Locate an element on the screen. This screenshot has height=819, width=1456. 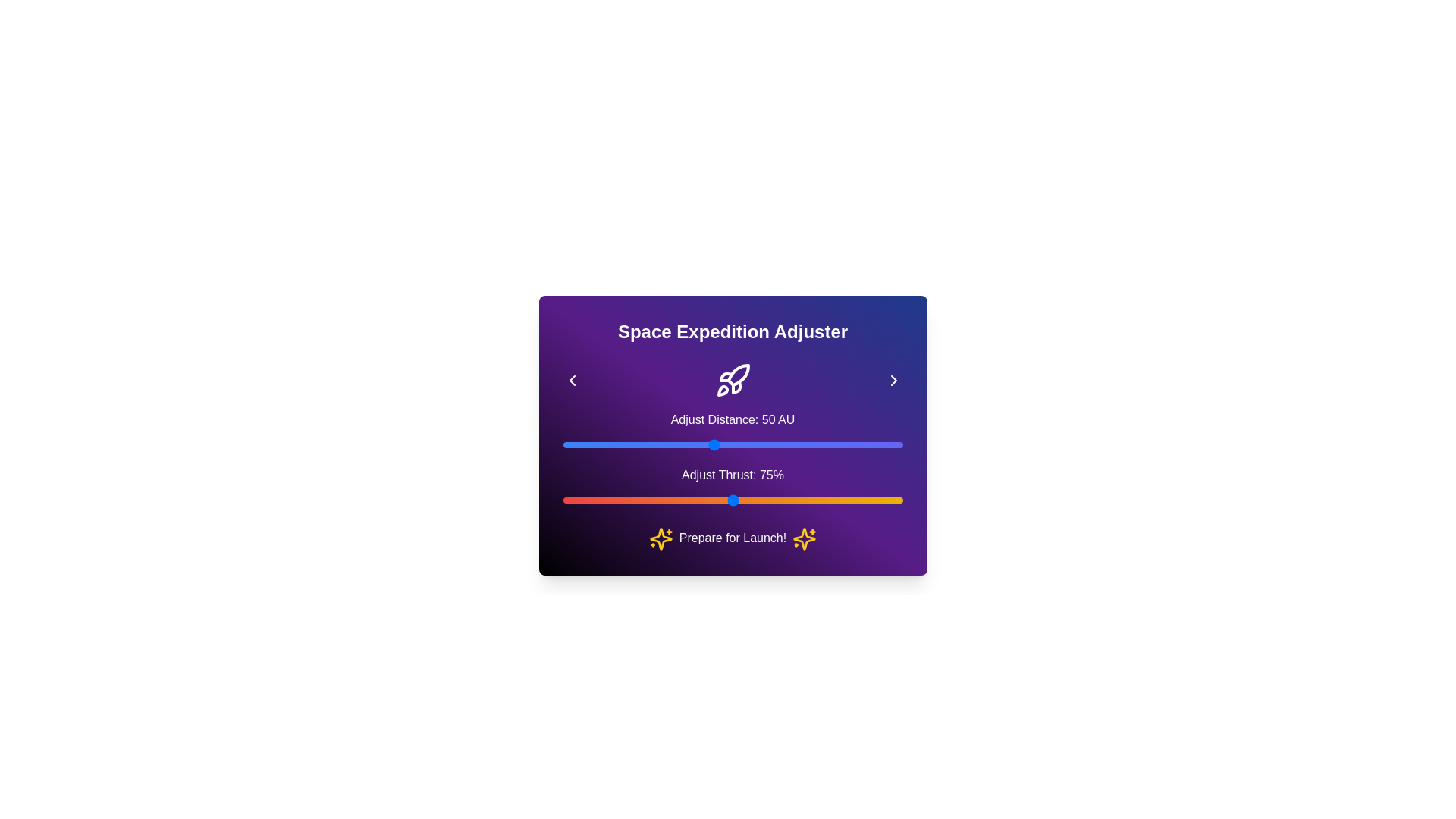
left chevron icon to adjust the distance is located at coordinates (571, 379).